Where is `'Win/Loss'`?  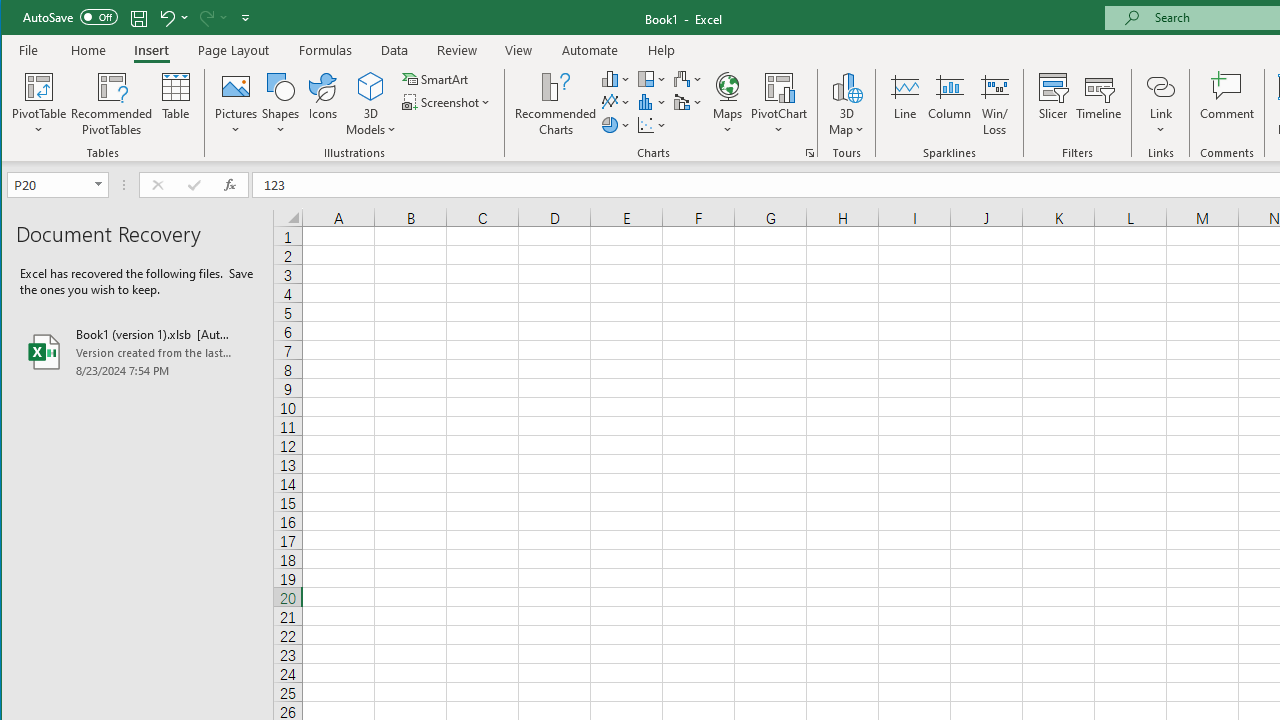 'Win/Loss' is located at coordinates (995, 104).